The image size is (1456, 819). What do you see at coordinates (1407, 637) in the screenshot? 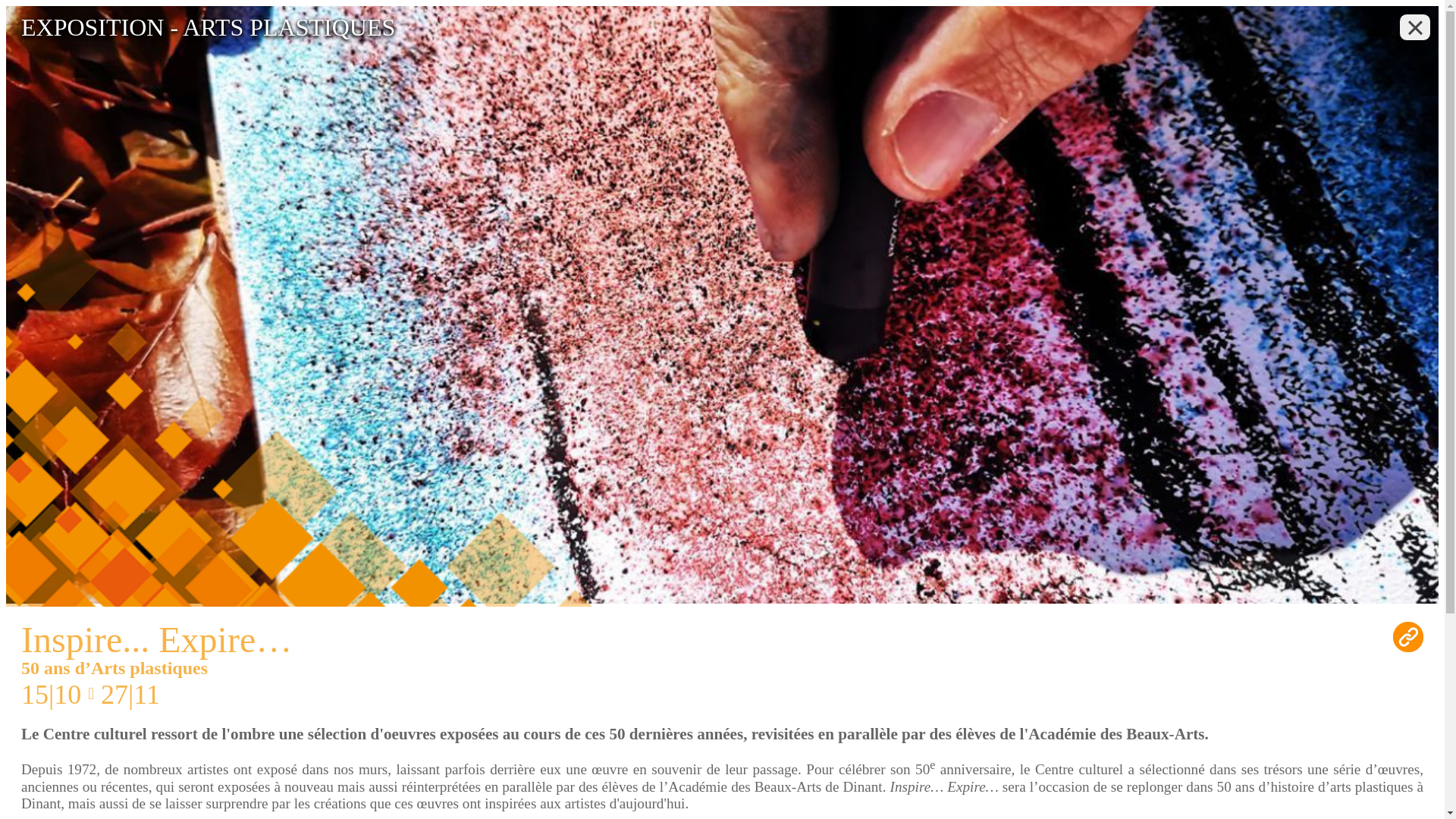
I see `'Cliquez pour copier le lien'` at bounding box center [1407, 637].